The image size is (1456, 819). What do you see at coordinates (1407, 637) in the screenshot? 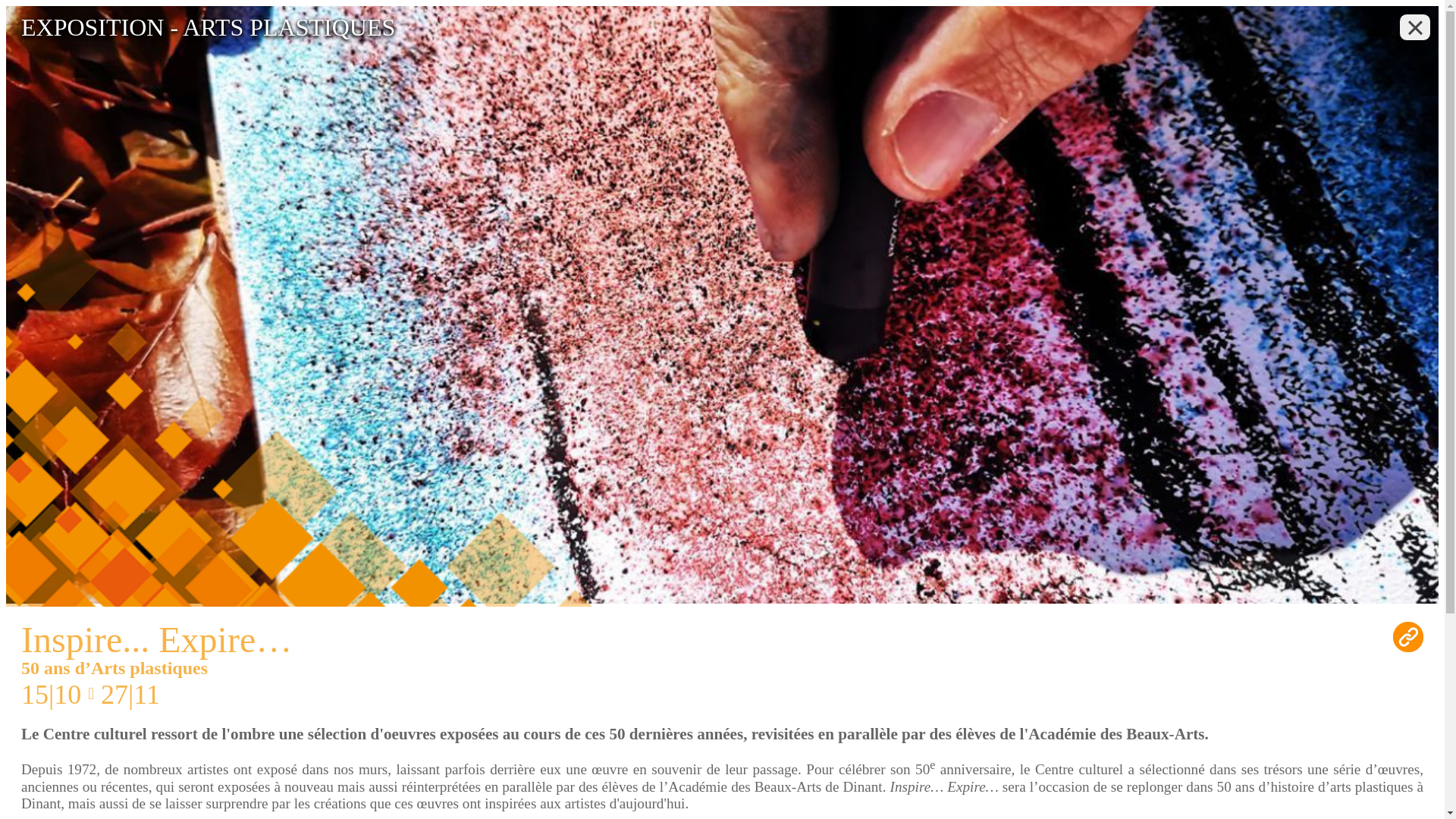
I see `'Cliquez pour copier le lien'` at bounding box center [1407, 637].